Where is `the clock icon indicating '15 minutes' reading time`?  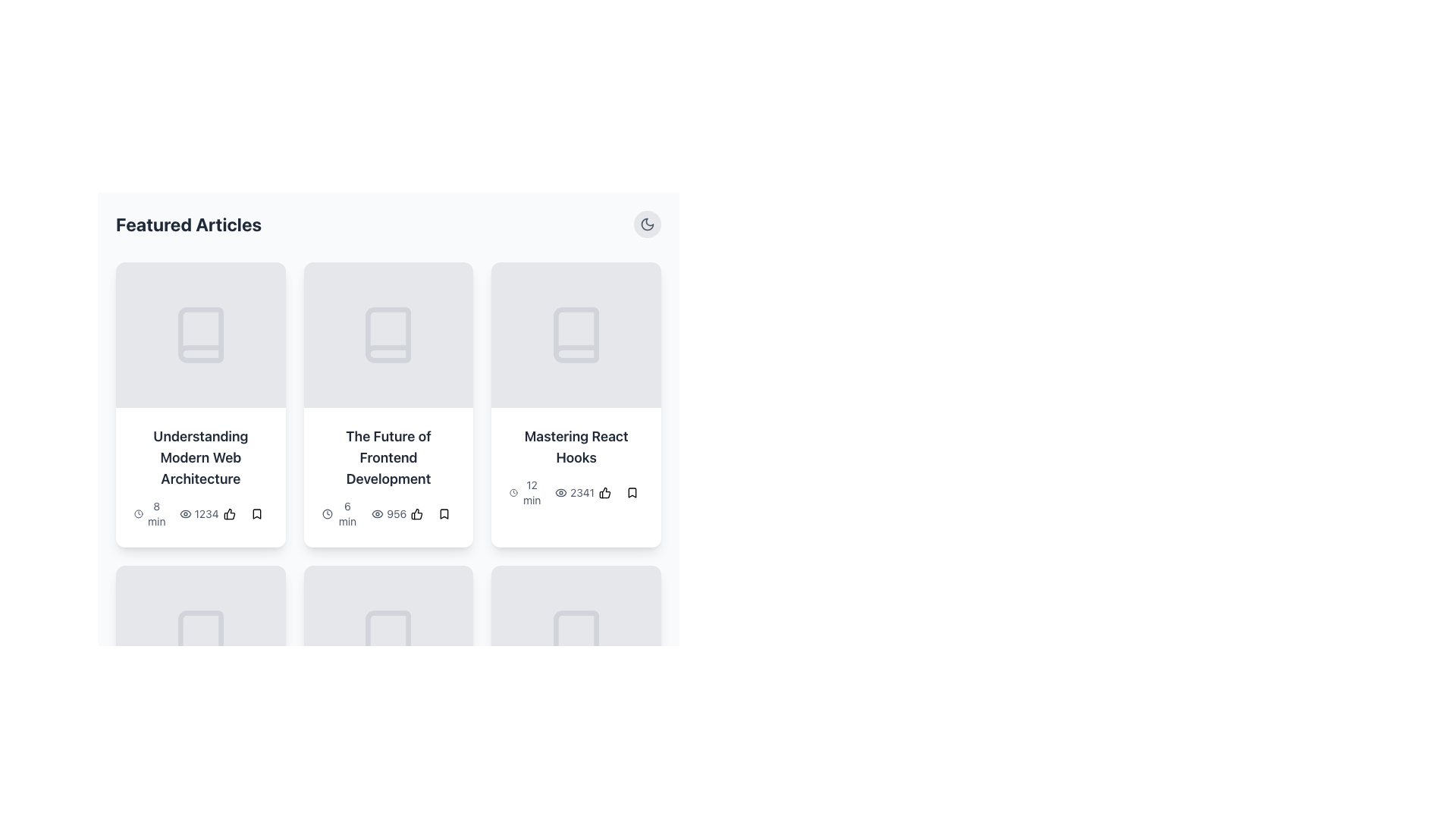
the clock icon indicating '15 minutes' reading time is located at coordinates (325, 795).